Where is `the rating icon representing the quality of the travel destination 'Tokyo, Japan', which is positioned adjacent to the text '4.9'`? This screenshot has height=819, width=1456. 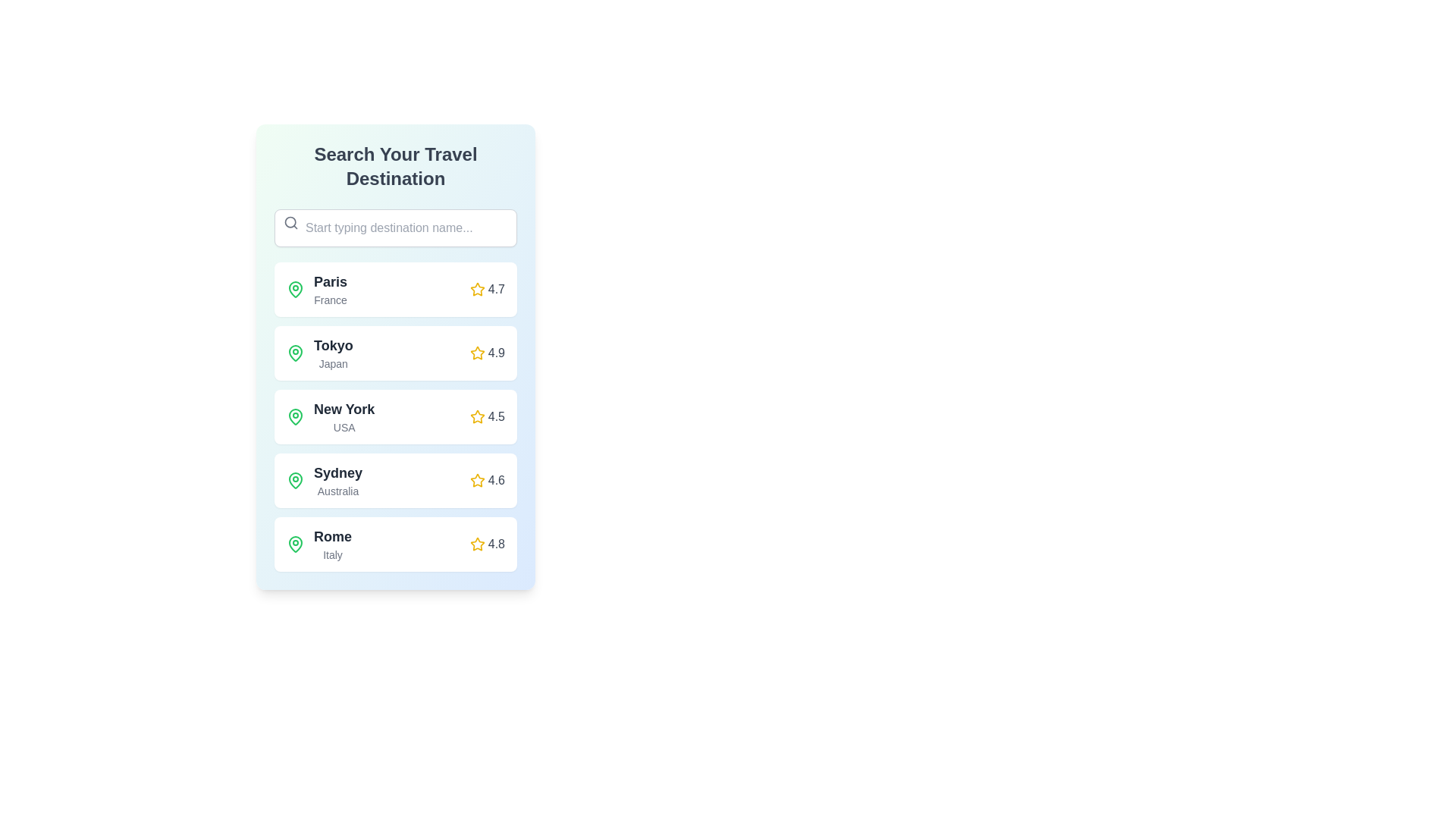 the rating icon representing the quality of the travel destination 'Tokyo, Japan', which is positioned adjacent to the text '4.9' is located at coordinates (476, 353).